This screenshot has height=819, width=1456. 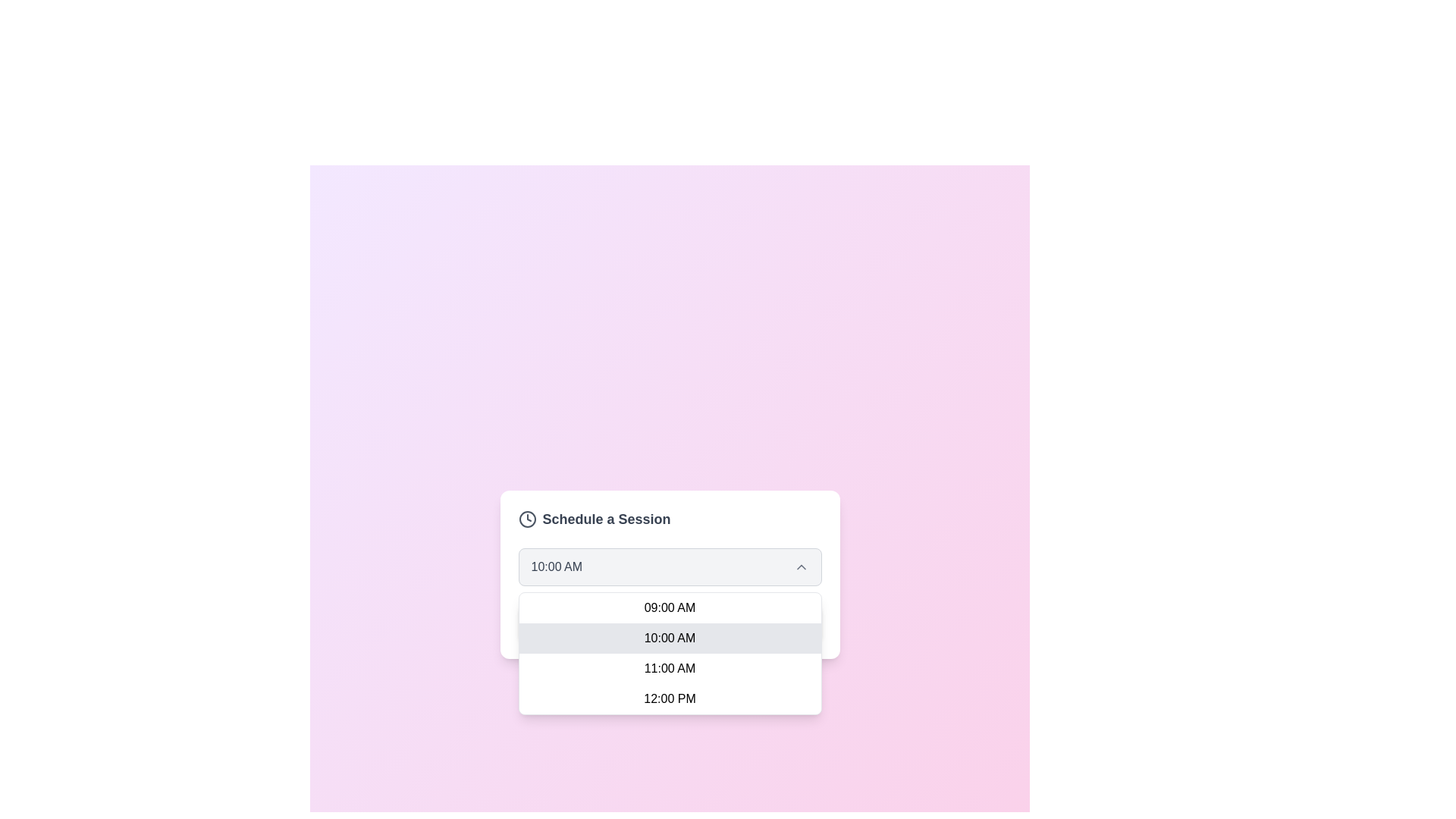 What do you see at coordinates (669, 607) in the screenshot?
I see `the first selectable time option in the dropdown menu to set the time to '09:00 AM'` at bounding box center [669, 607].